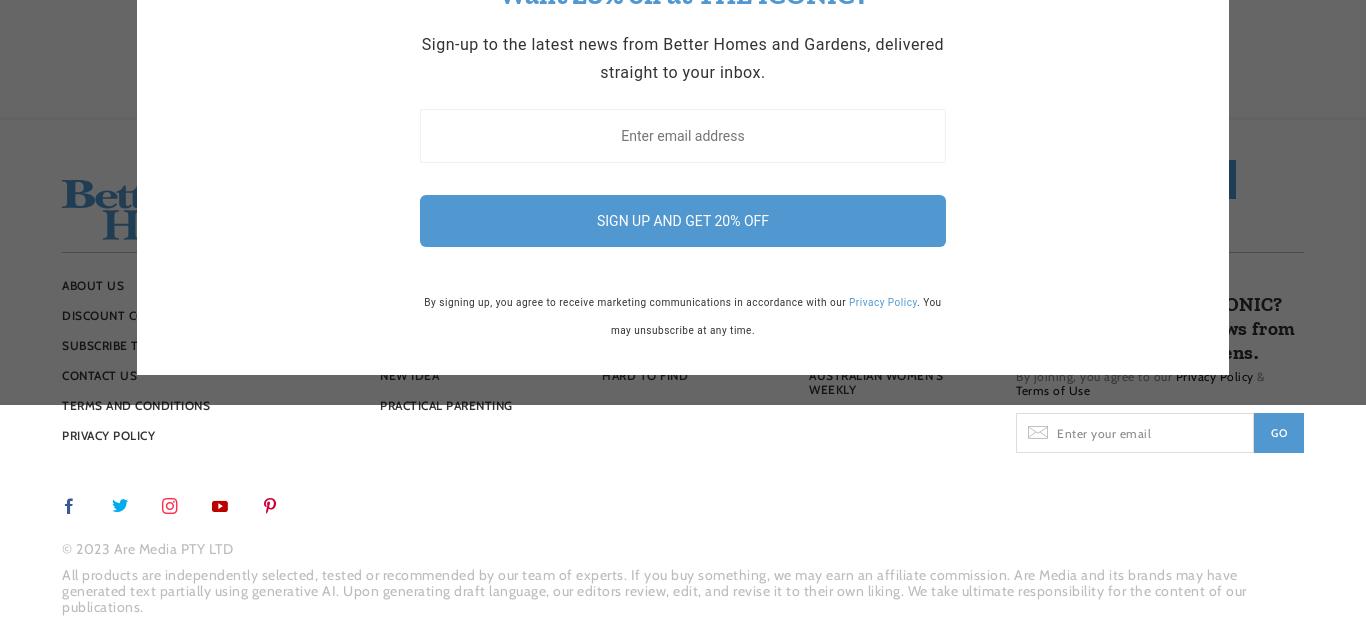 The image size is (1366, 625). What do you see at coordinates (875, 381) in the screenshot?
I see `'Australian Women's Weekly'` at bounding box center [875, 381].